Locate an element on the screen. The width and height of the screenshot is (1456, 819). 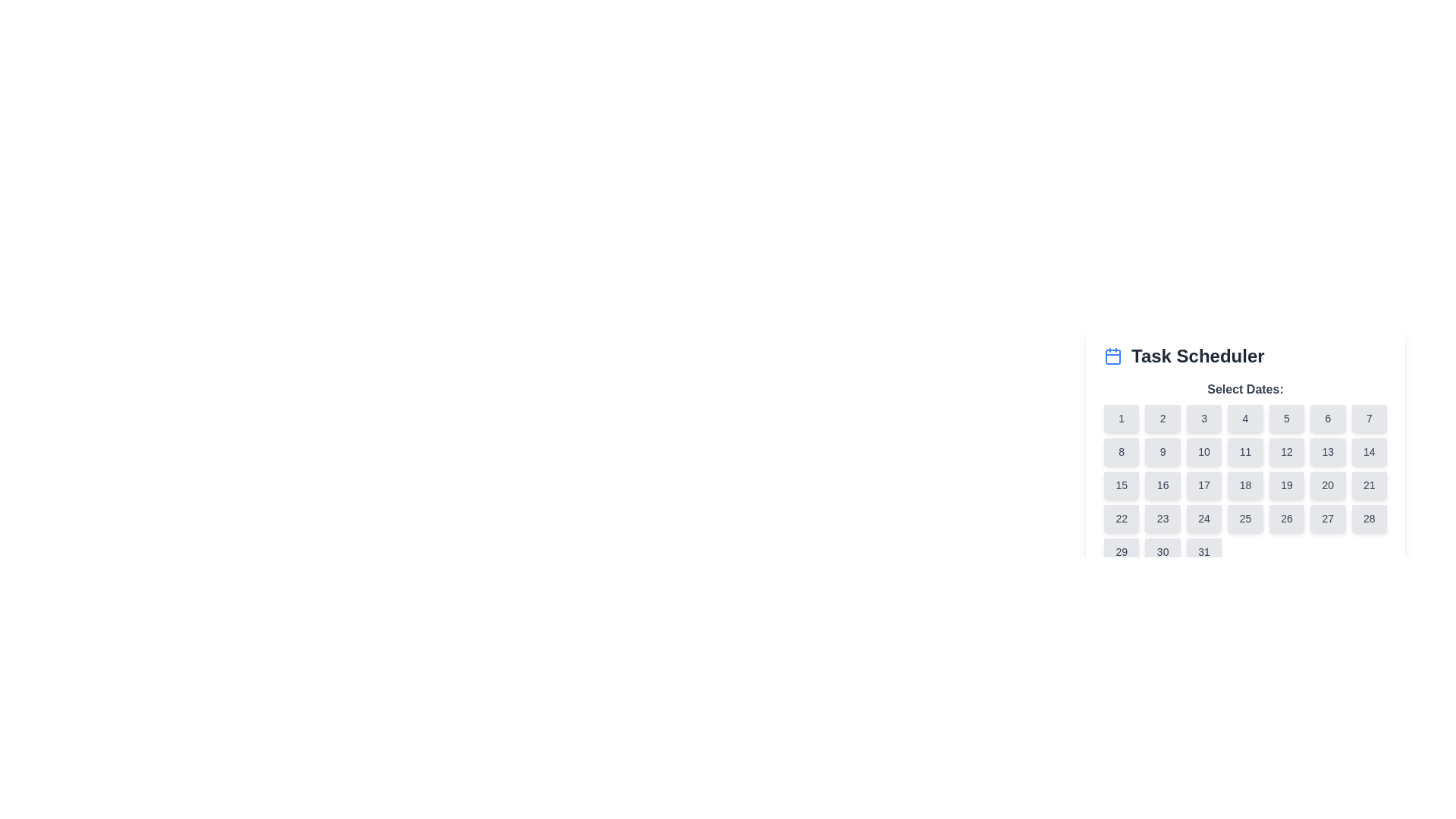
the 28th selectable date button in the calendar interface is located at coordinates (1369, 517).